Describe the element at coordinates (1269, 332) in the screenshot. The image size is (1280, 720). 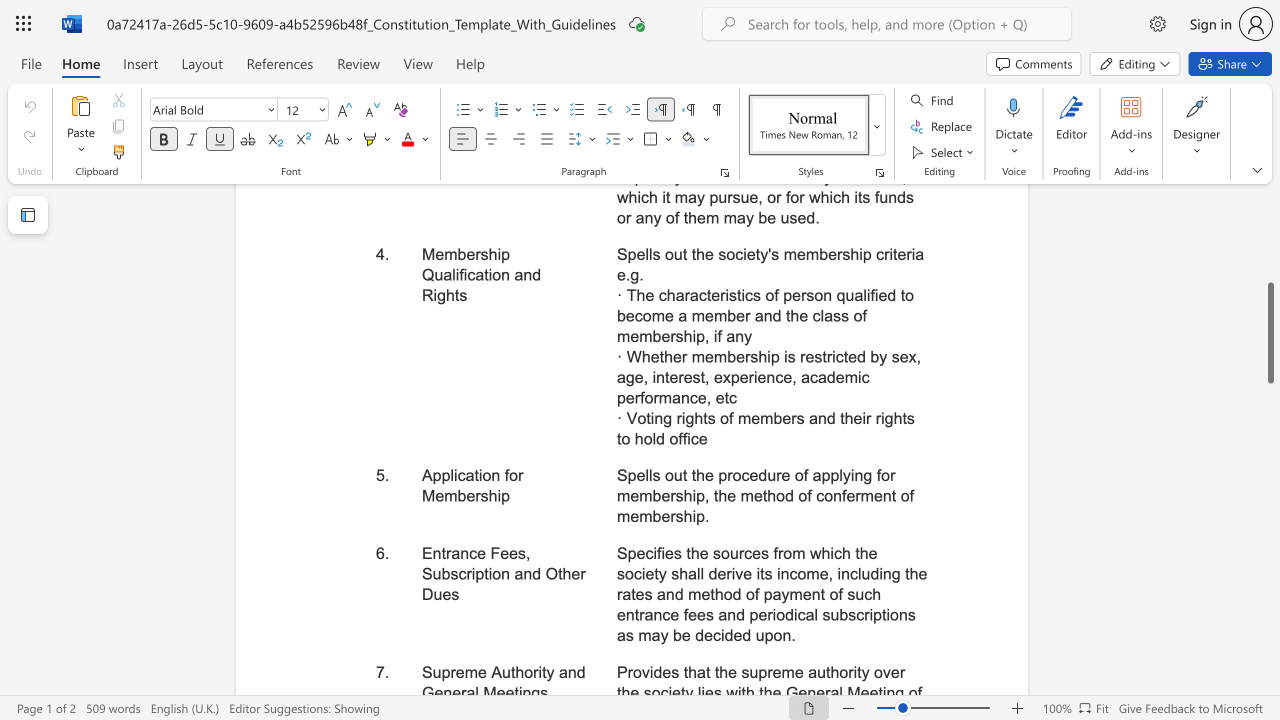
I see `the scrollbar and move down 840 pixels` at that location.